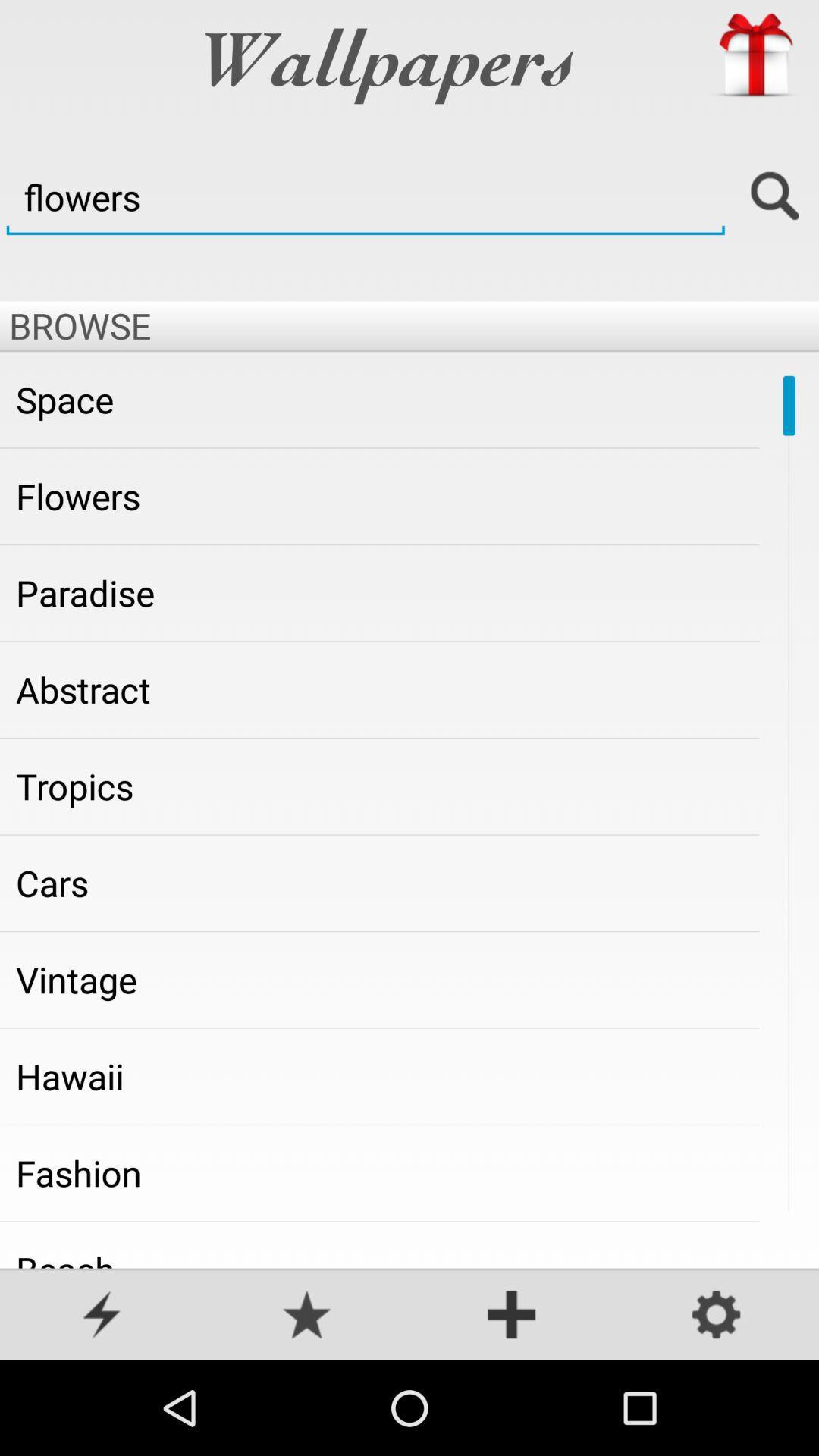 This screenshot has height=1456, width=819. I want to click on gift box, so click(755, 55).